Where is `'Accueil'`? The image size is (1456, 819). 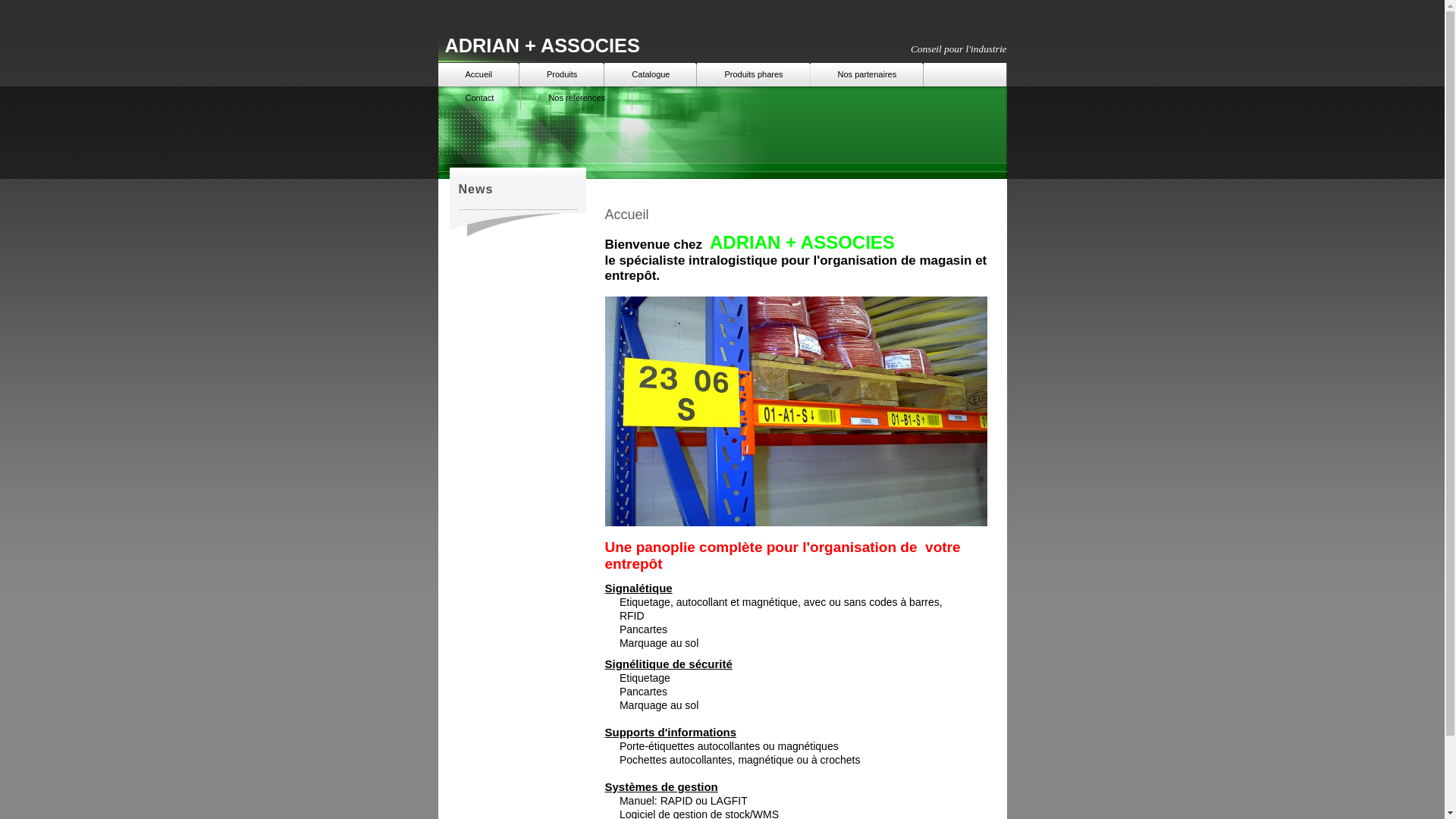 'Accueil' is located at coordinates (478, 74).